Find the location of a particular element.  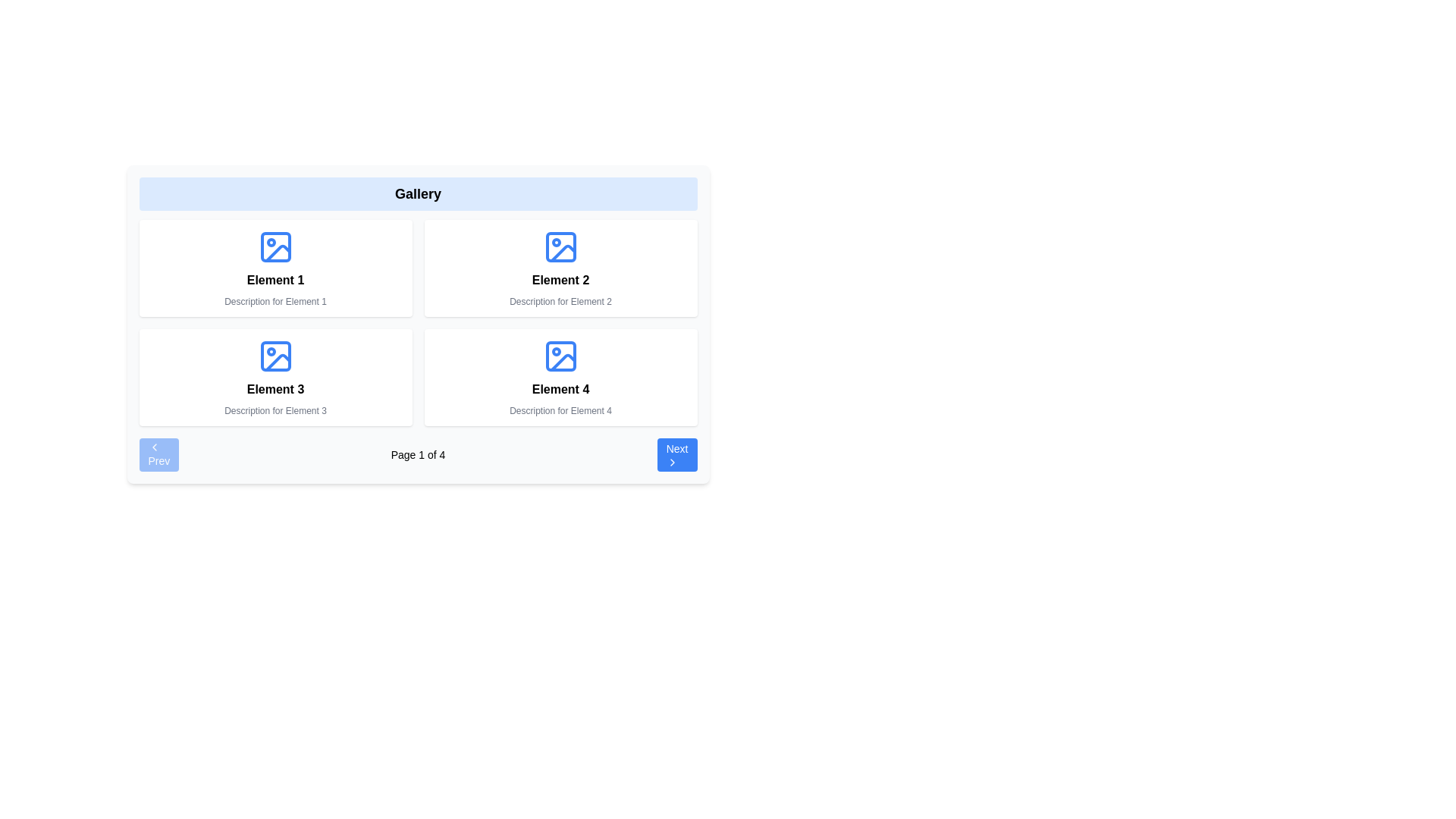

the blue icon representing an image, styled with a minimalist design of a rounded rectangle that contains a circular and a triangular shape, located at the top of the card labeled 'Element 4' is located at coordinates (560, 356).